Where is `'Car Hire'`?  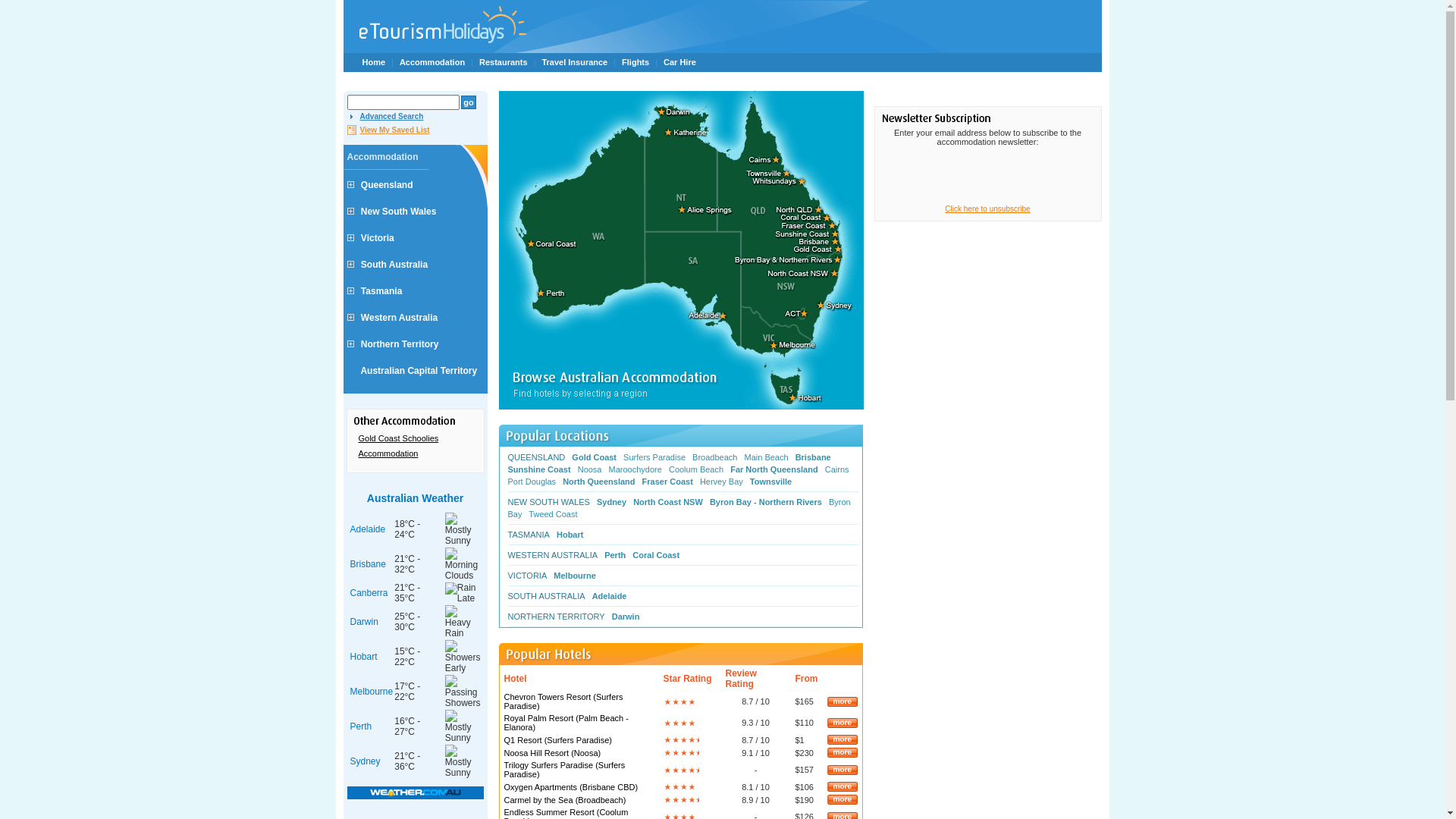 'Car Hire' is located at coordinates (679, 61).